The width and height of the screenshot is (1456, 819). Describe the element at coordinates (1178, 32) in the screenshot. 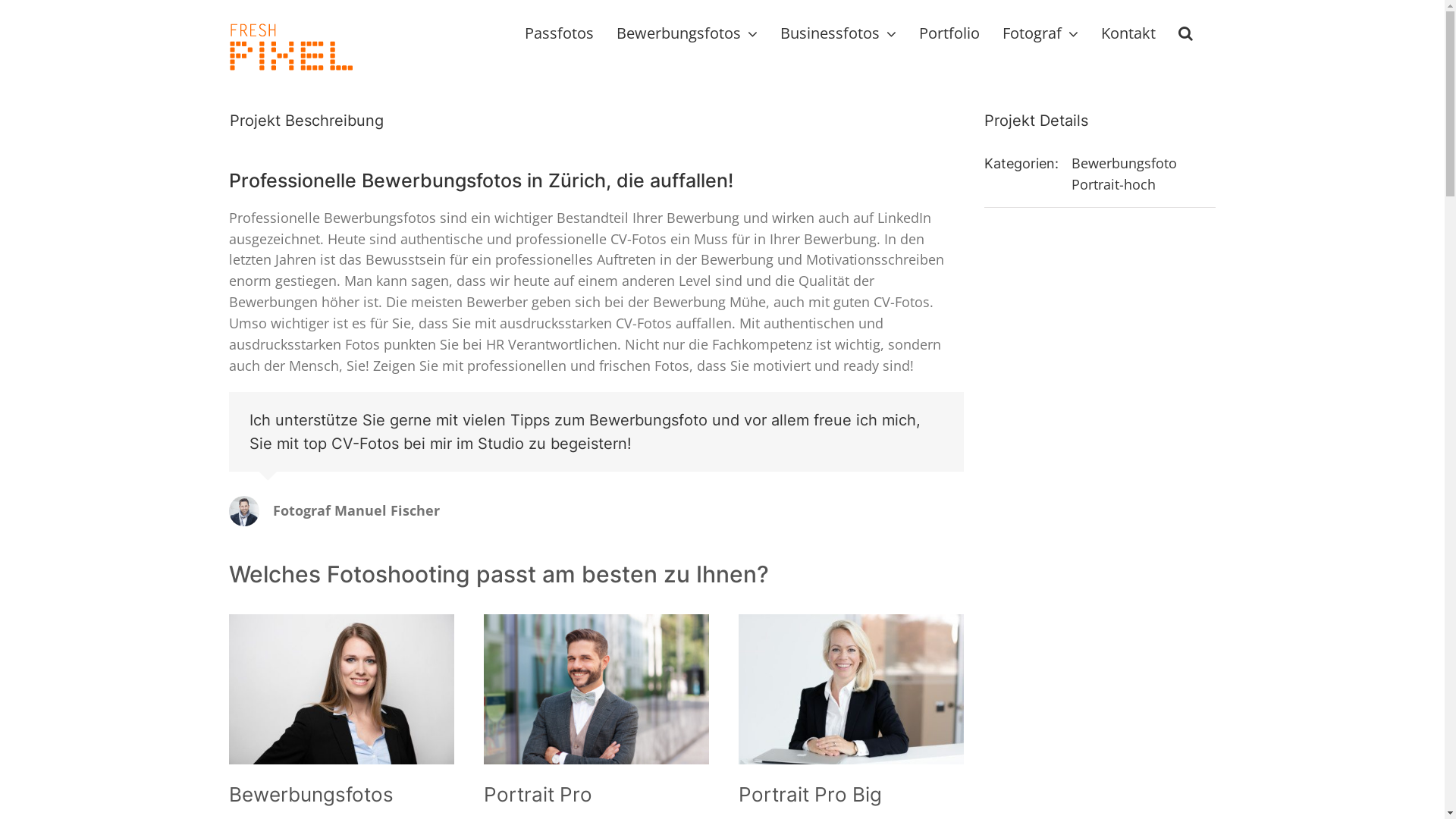

I see `'Suche'` at that location.